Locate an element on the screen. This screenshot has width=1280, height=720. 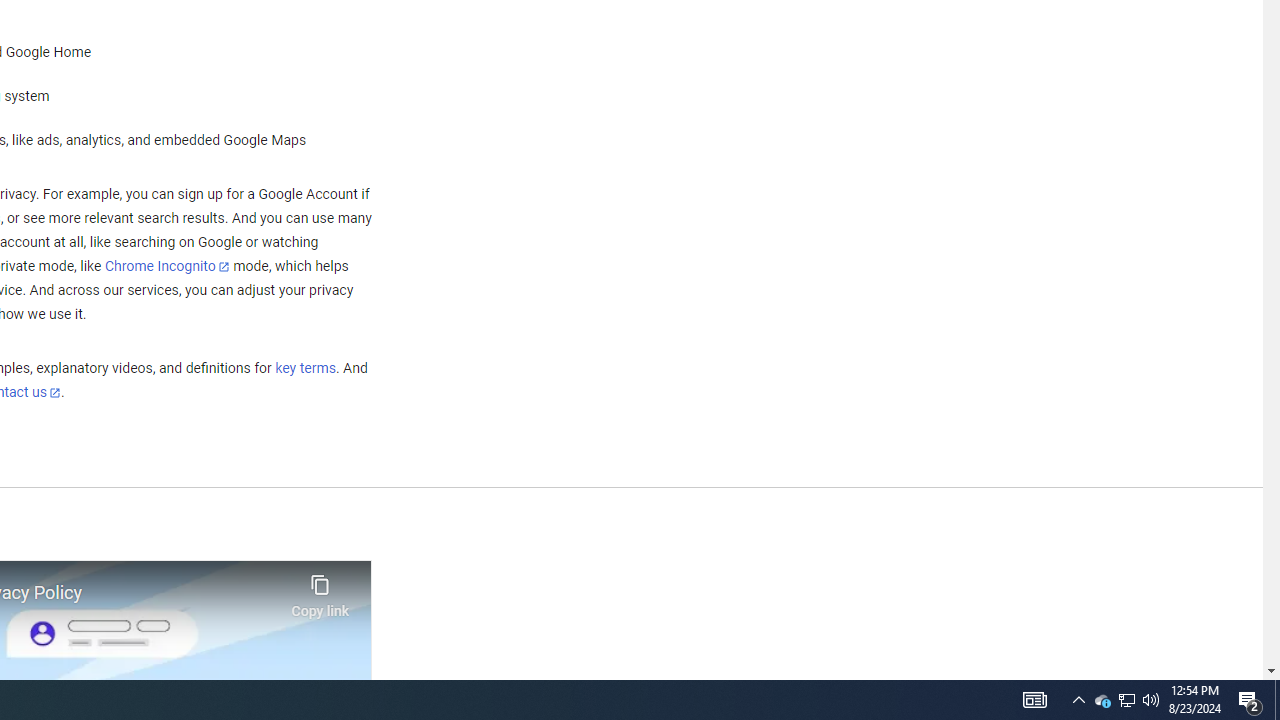
'Chrome Incognito' is located at coordinates (167, 265).